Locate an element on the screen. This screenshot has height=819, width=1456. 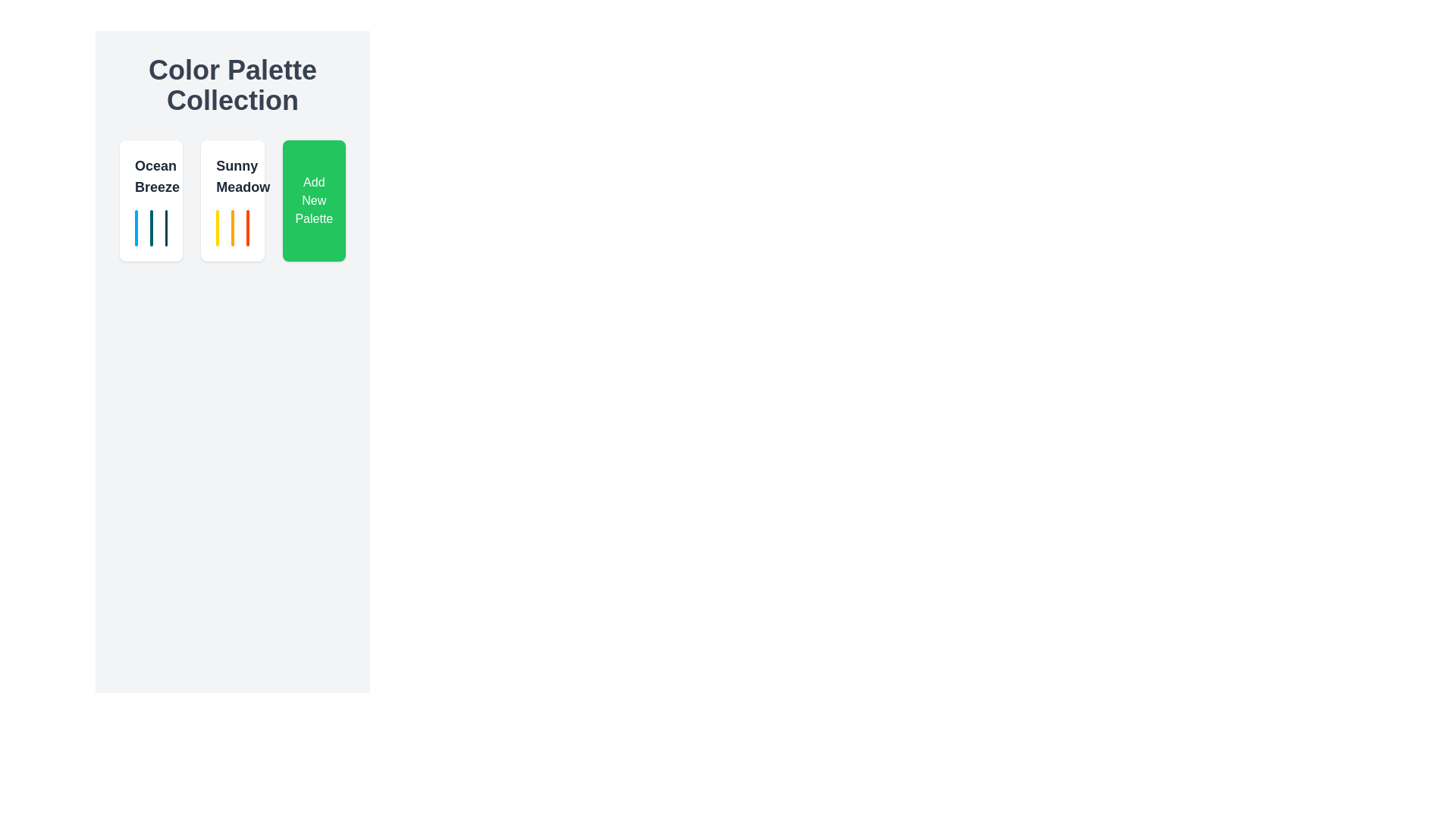
the color palette element consisting of yellow, orange, and red blocks within the 'Sunny Meadow' card is located at coordinates (232, 227).